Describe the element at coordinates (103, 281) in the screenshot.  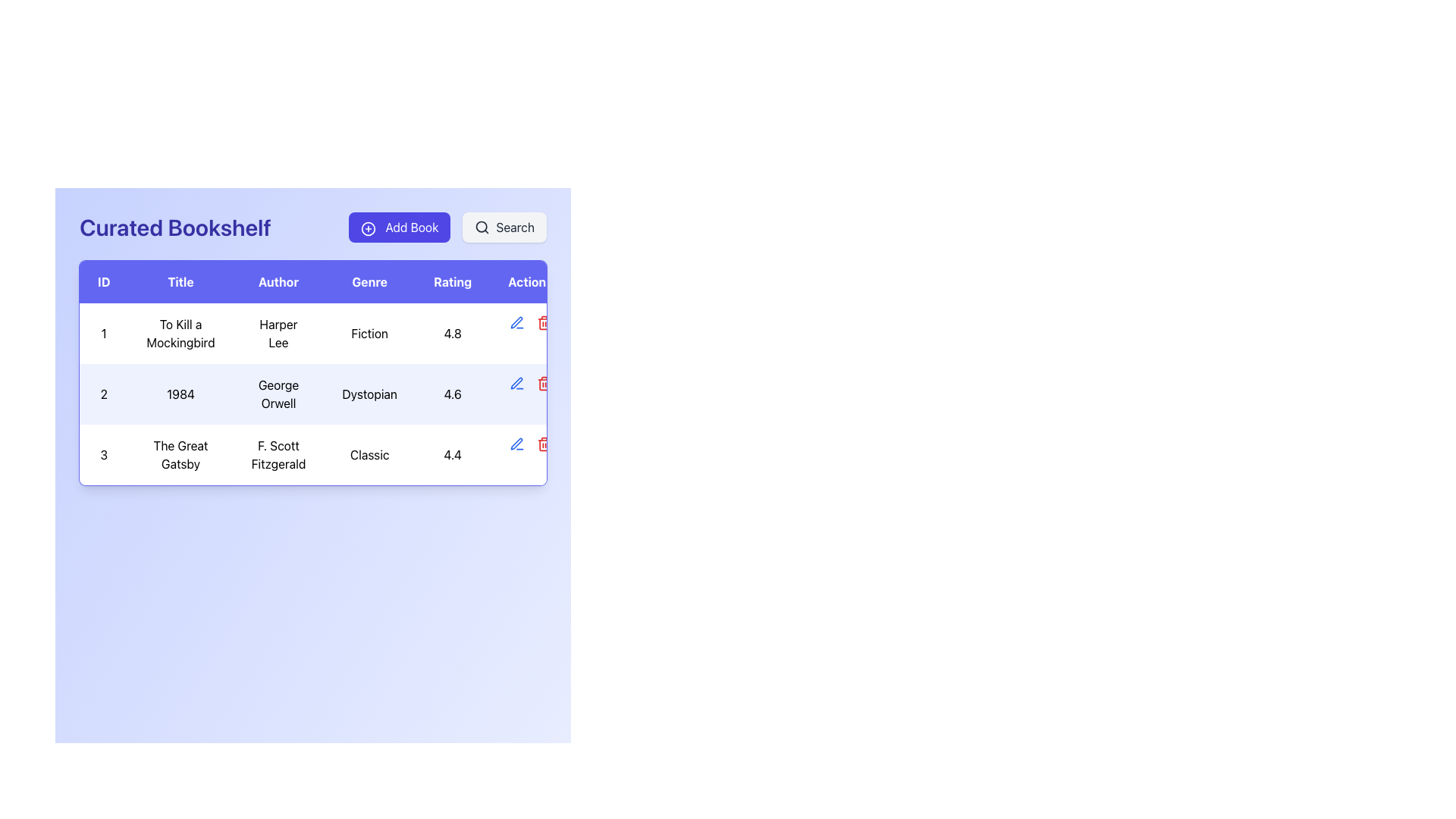
I see `the 'ID' column header of the table, which is the first column header located at the top-left corner of the table` at that location.